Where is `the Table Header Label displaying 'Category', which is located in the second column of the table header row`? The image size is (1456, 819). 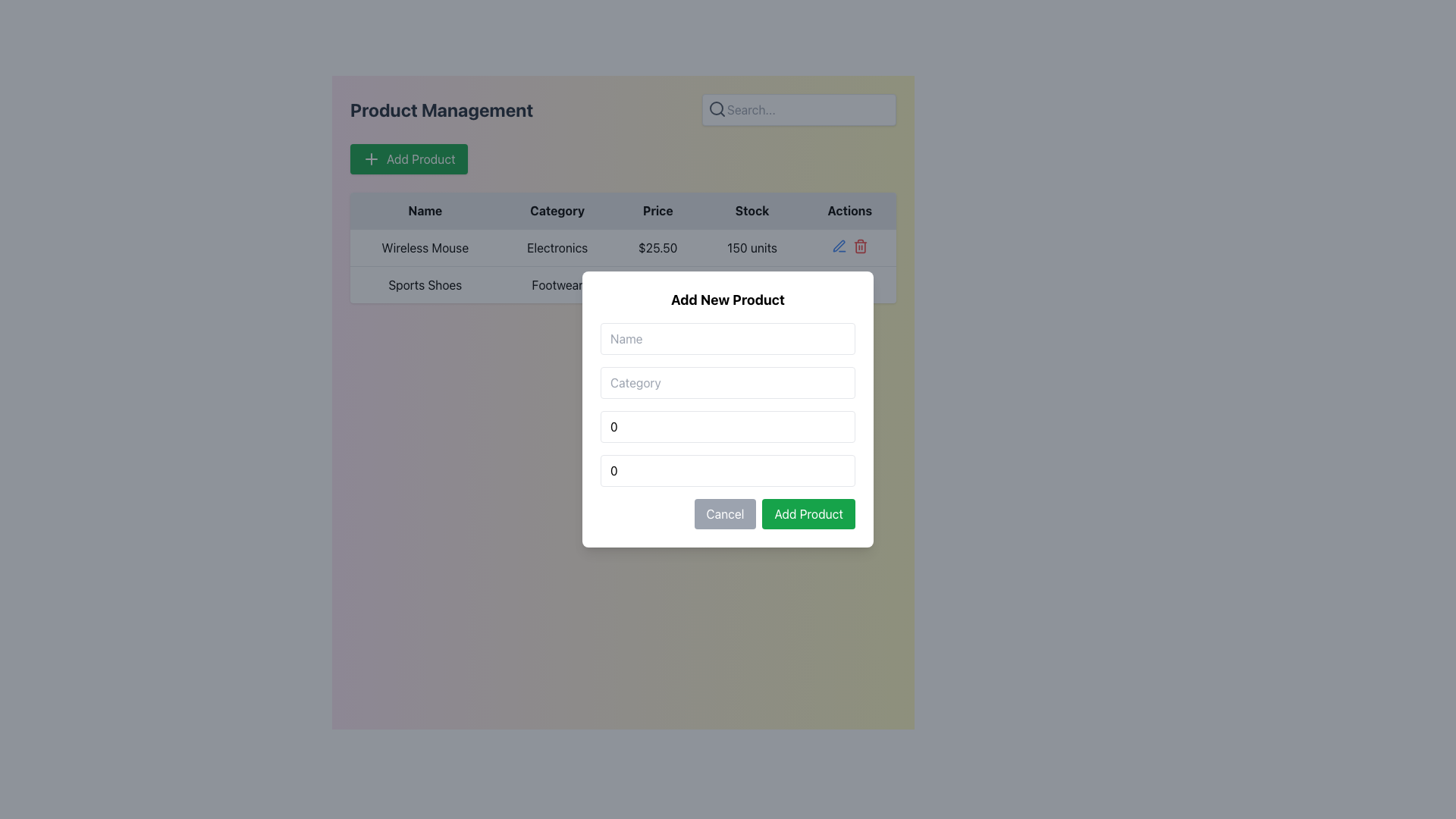
the Table Header Label displaying 'Category', which is located in the second column of the table header row is located at coordinates (557, 211).